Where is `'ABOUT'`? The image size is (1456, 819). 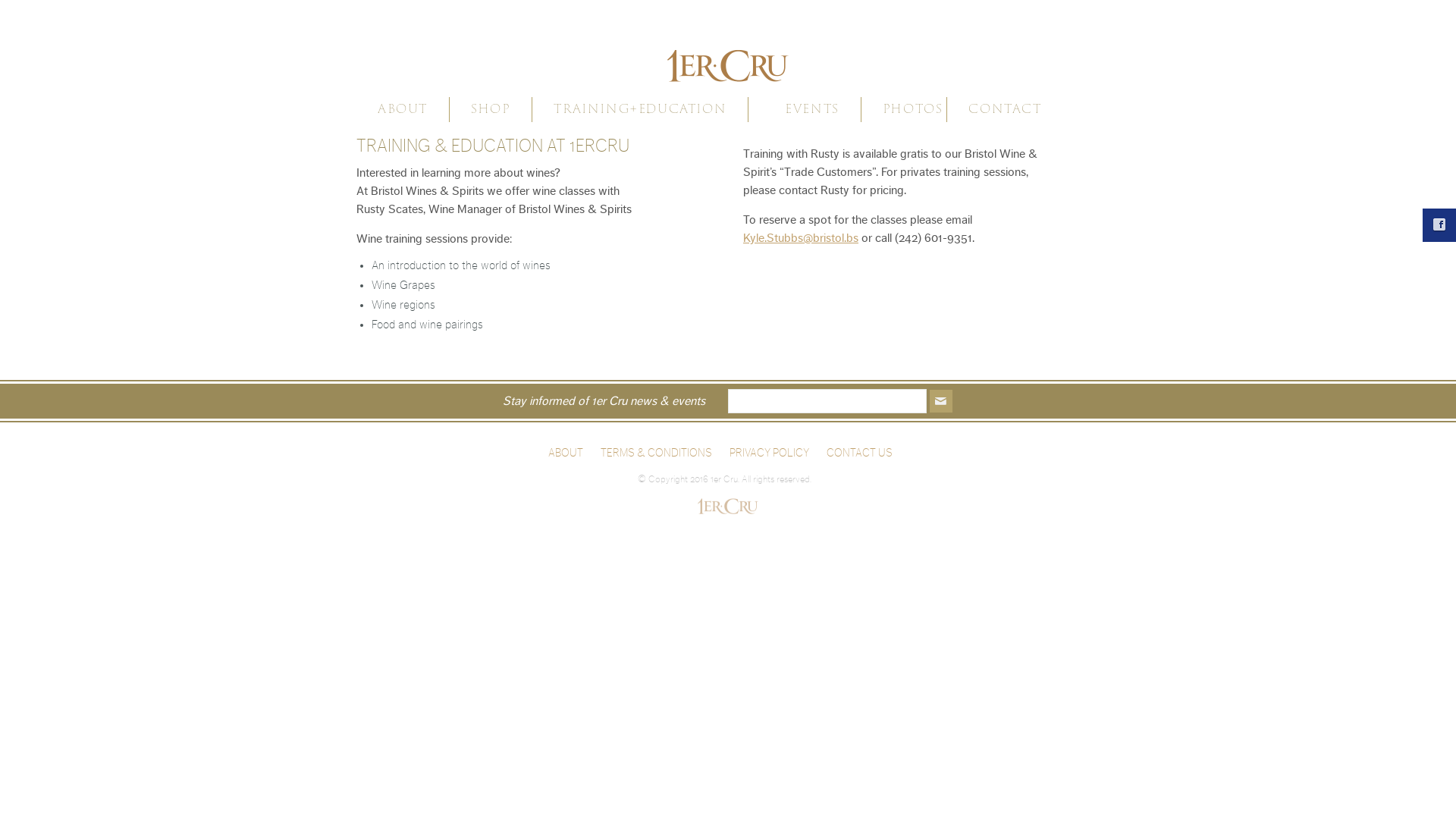 'ABOUT' is located at coordinates (564, 452).